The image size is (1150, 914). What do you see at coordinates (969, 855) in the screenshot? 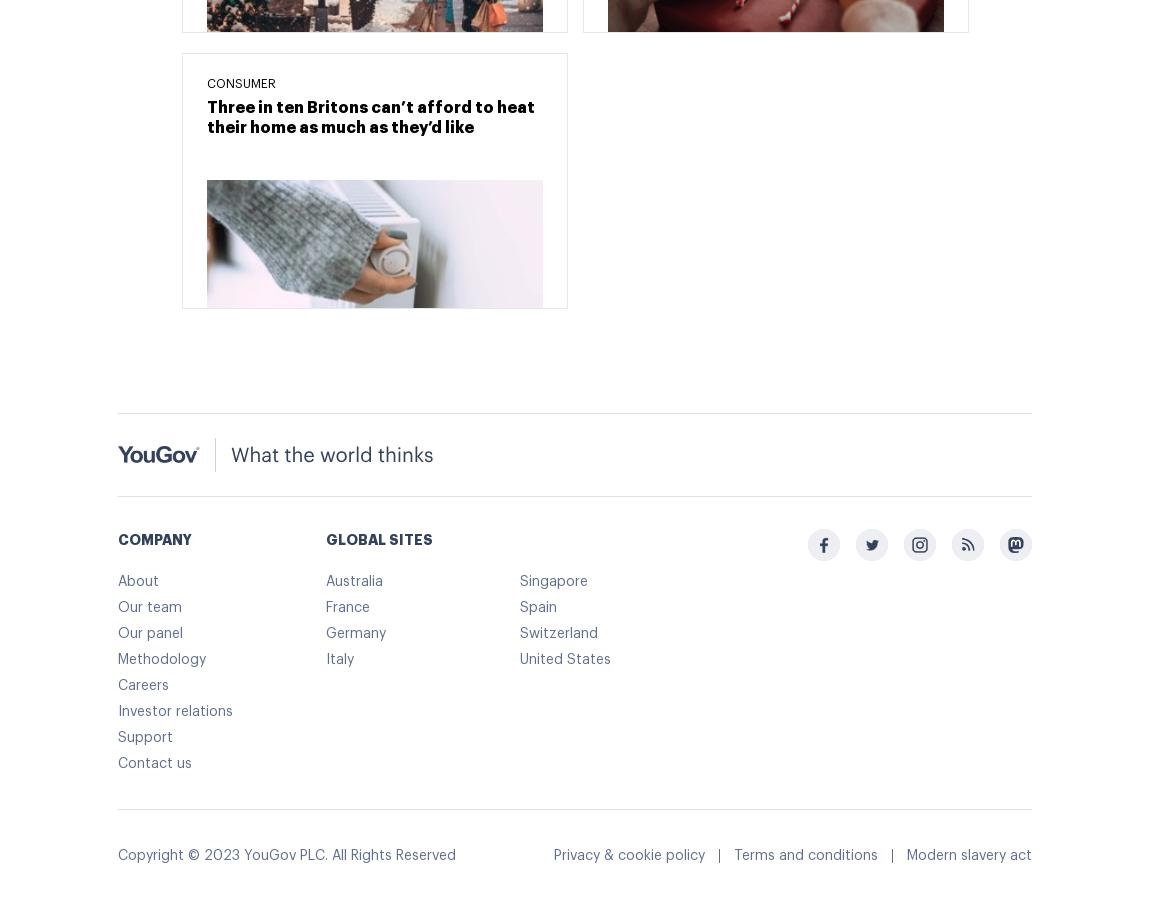
I see `'Modern slavery act'` at bounding box center [969, 855].